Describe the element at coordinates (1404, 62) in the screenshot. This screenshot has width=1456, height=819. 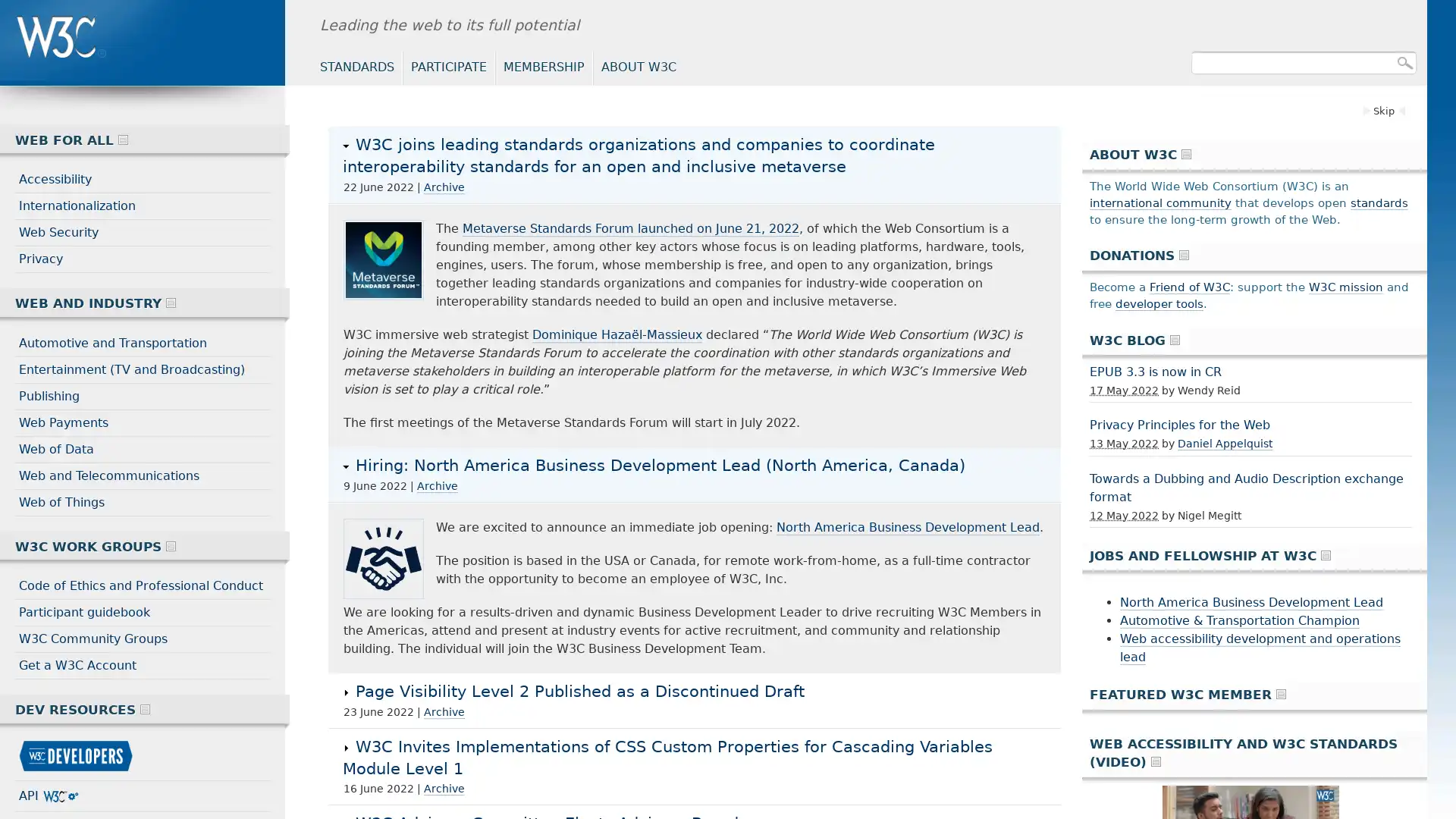
I see `Search` at that location.